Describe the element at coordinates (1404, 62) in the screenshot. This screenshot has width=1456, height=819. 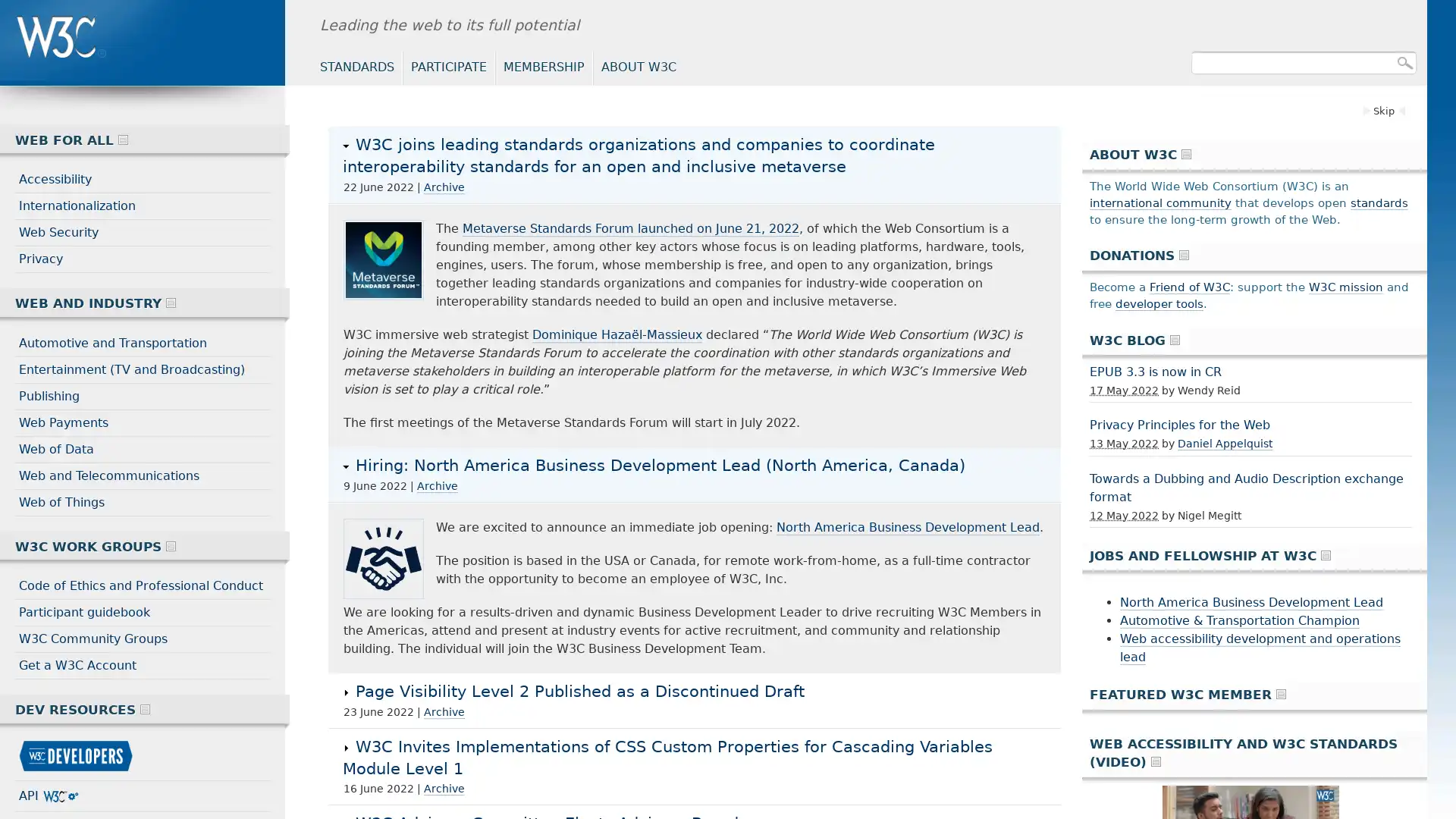
I see `Search` at that location.